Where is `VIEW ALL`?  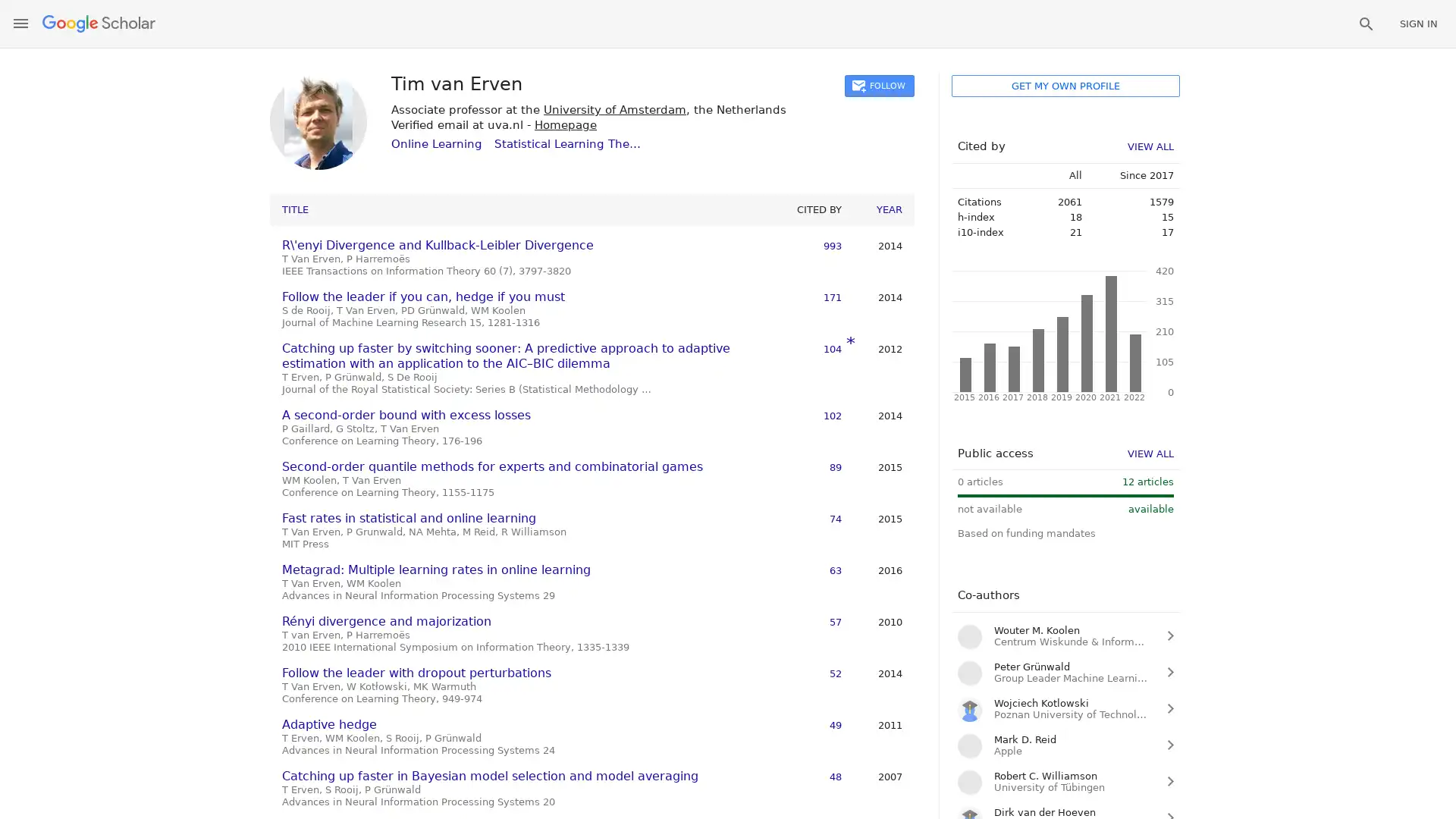 VIEW ALL is located at coordinates (1150, 146).